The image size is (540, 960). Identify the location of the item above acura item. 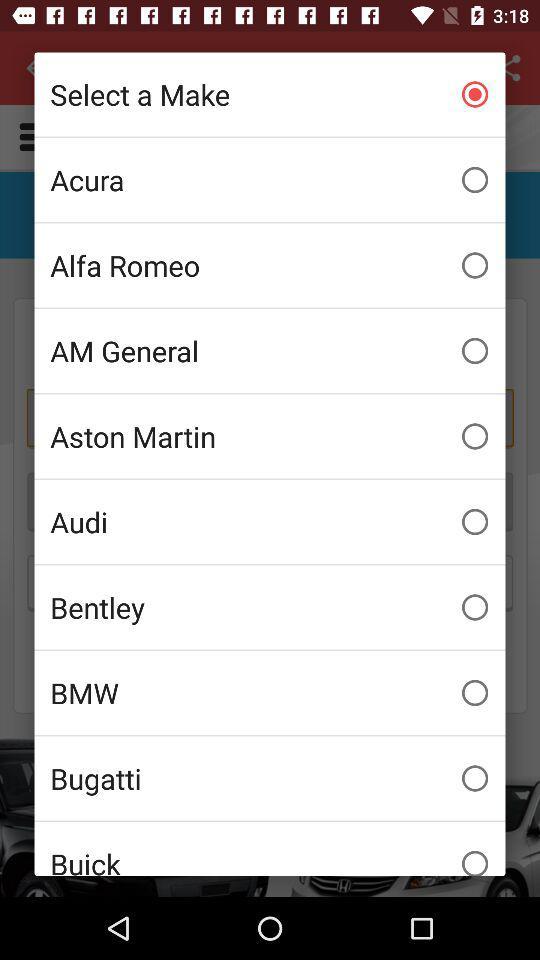
(270, 94).